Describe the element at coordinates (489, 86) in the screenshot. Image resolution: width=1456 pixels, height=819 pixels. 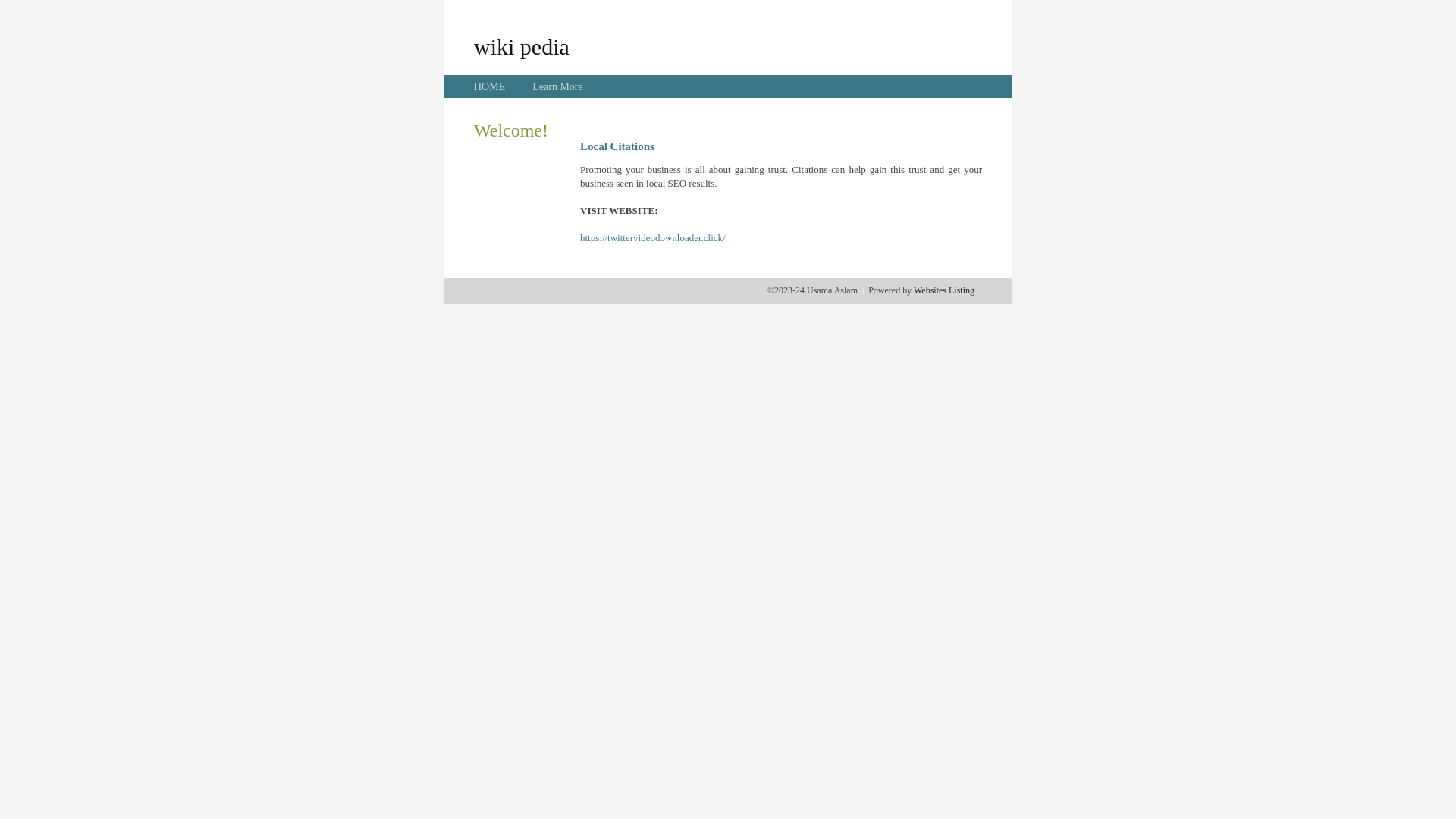
I see `'HOME'` at that location.